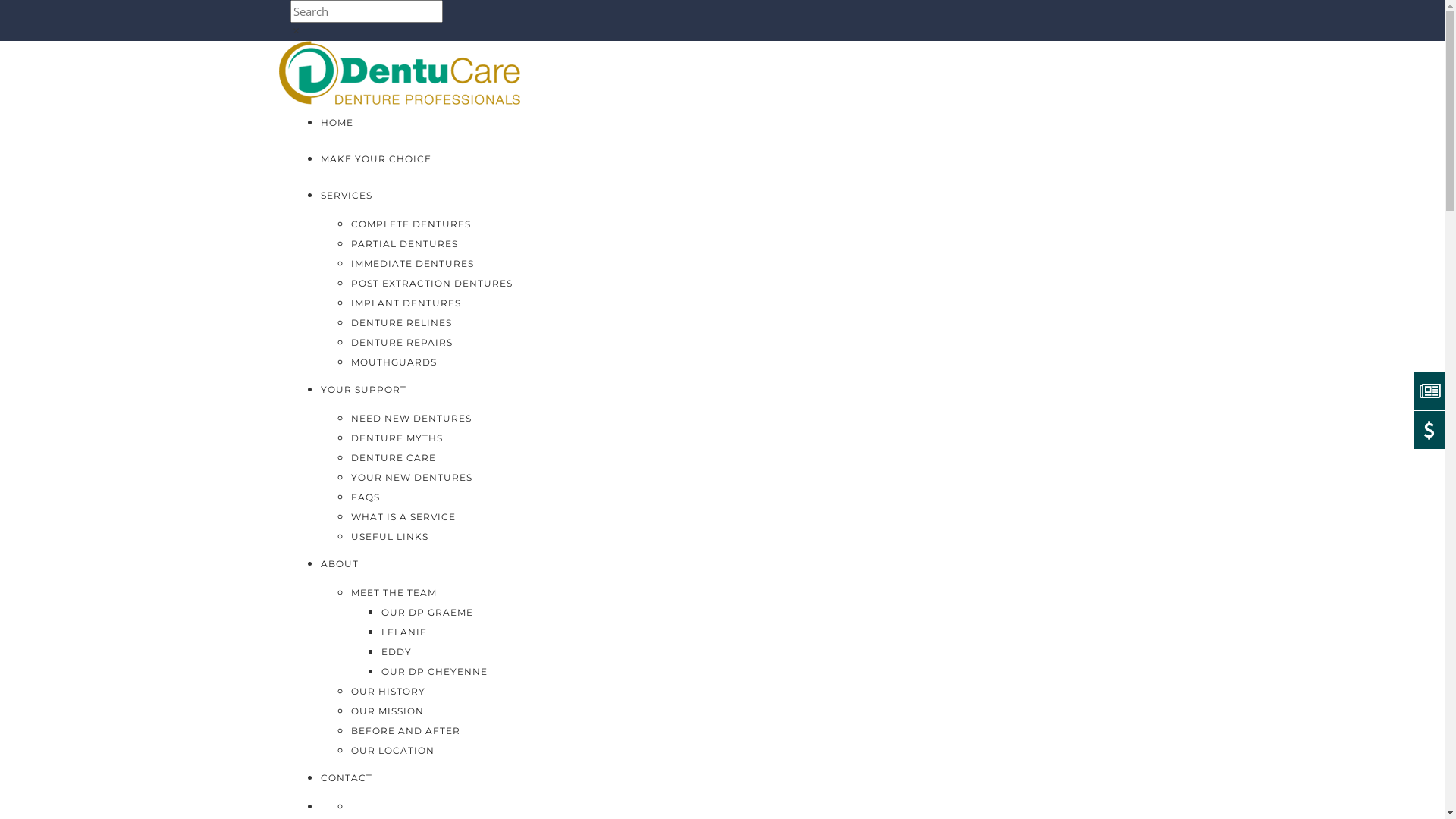 The width and height of the screenshot is (1456, 819). I want to click on 'MOUTHGUARDS', so click(393, 362).